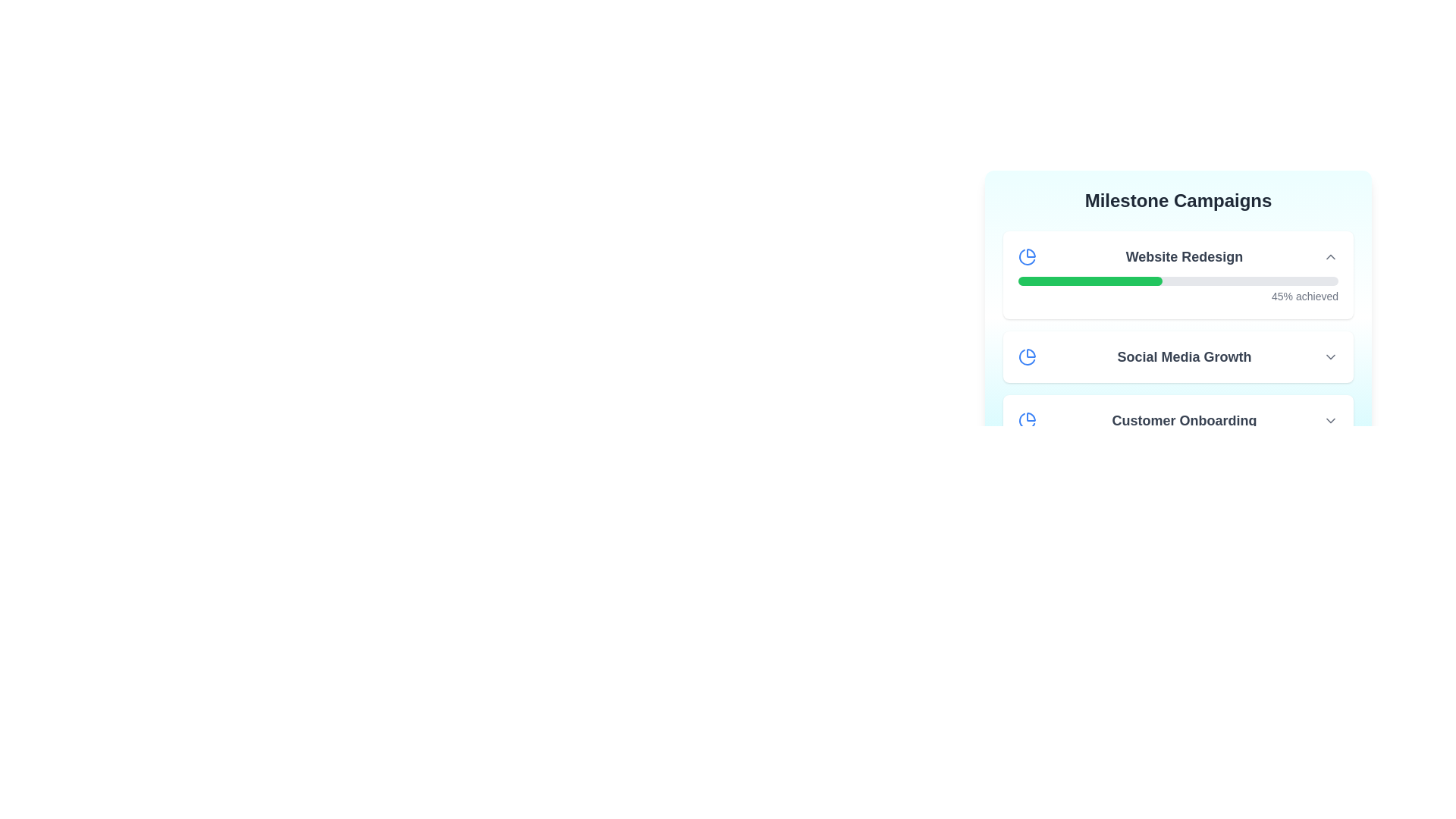 The width and height of the screenshot is (1456, 819). Describe the element at coordinates (1178, 281) in the screenshot. I see `the progress bar indicating 45% progress within the 'Website Redesign' card in the 'Milestone Campaigns' section` at that location.